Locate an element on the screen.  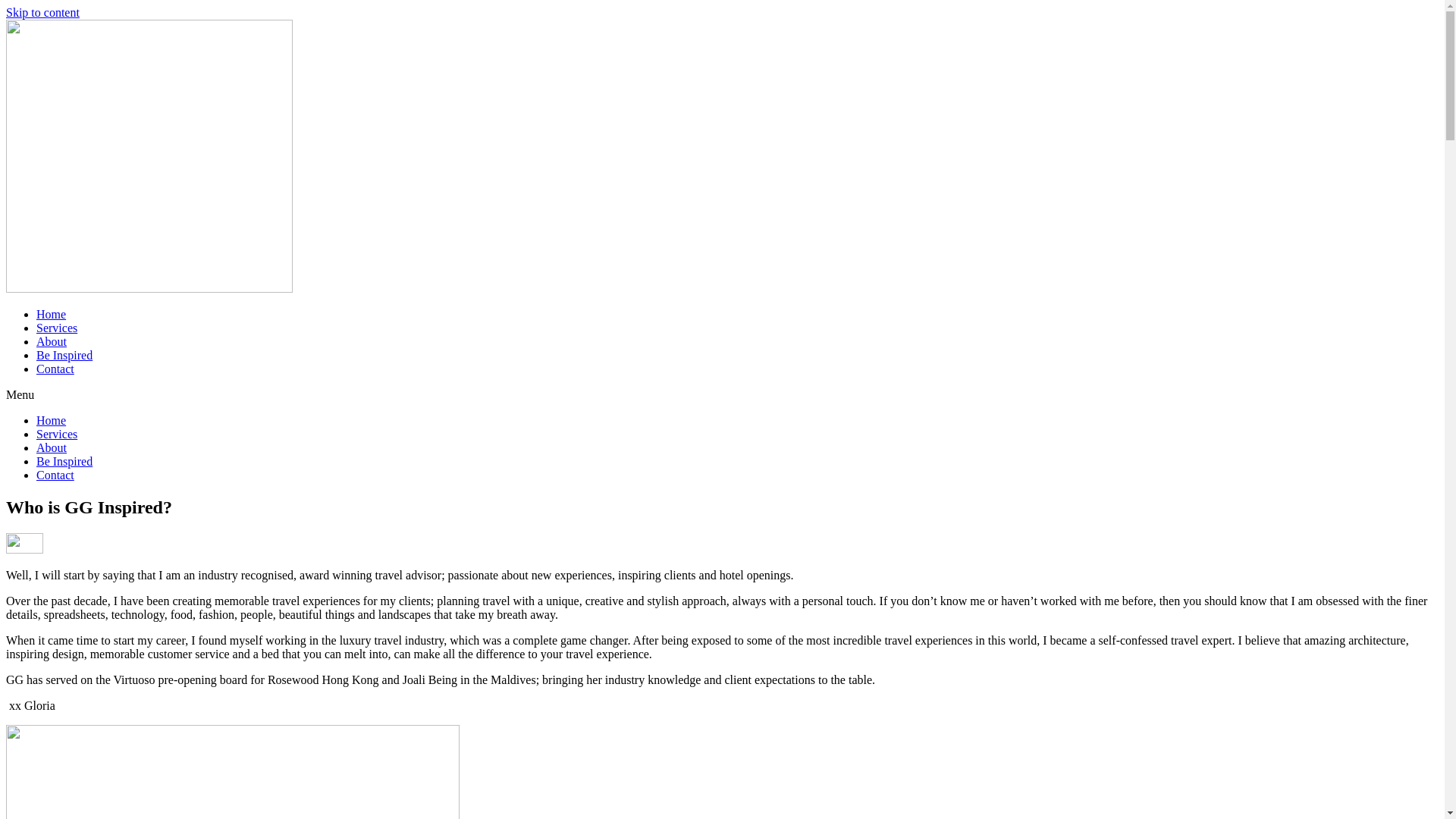
'Contact' is located at coordinates (55, 474).